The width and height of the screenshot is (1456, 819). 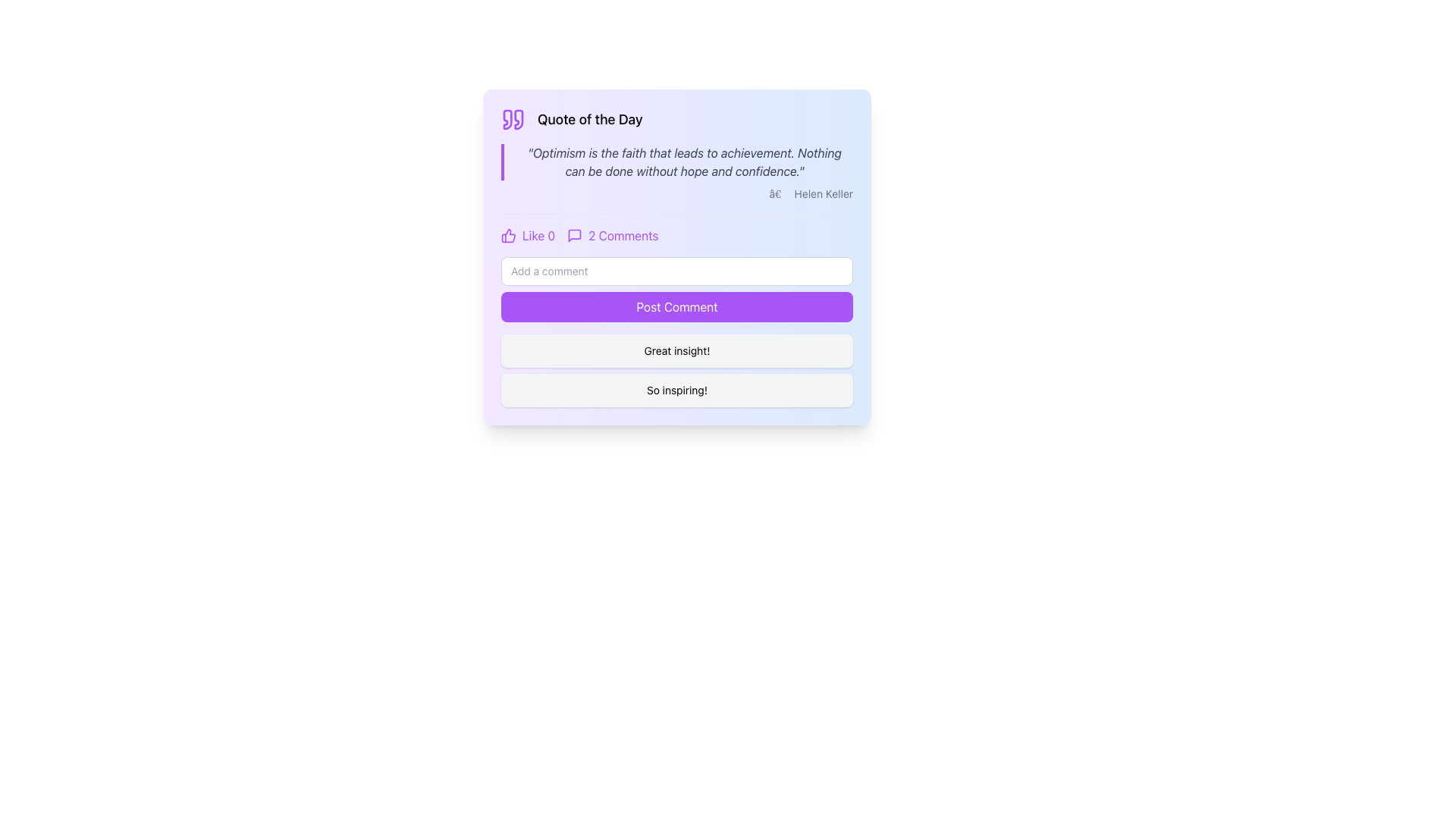 I want to click on the rectangular purple button labeled 'Post Comment', so click(x=676, y=307).